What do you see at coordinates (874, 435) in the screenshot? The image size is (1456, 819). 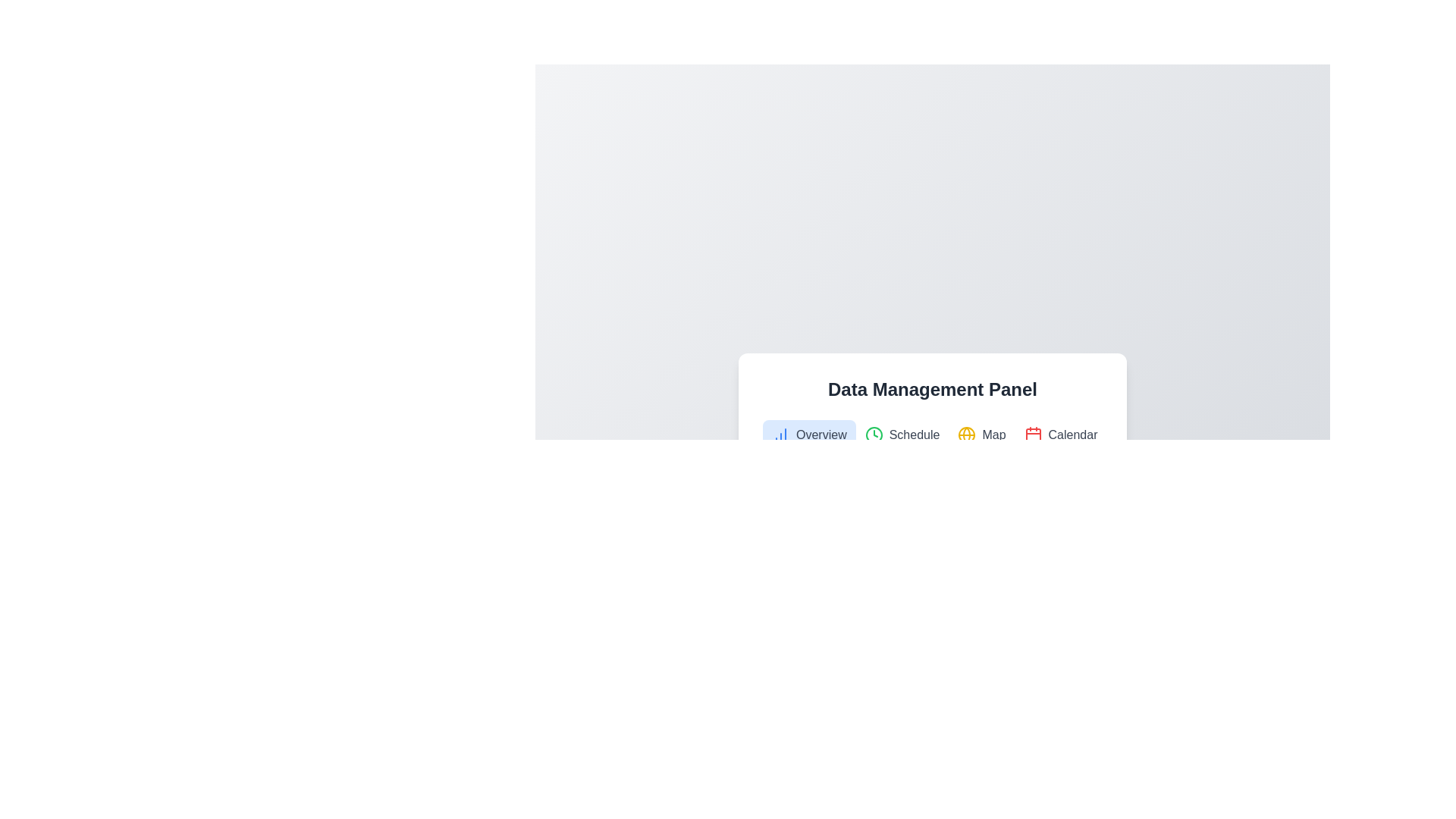 I see `the SVG circle element that visually represents the 'Schedule' feature in the navigation menu of the Data Management Panel` at bounding box center [874, 435].